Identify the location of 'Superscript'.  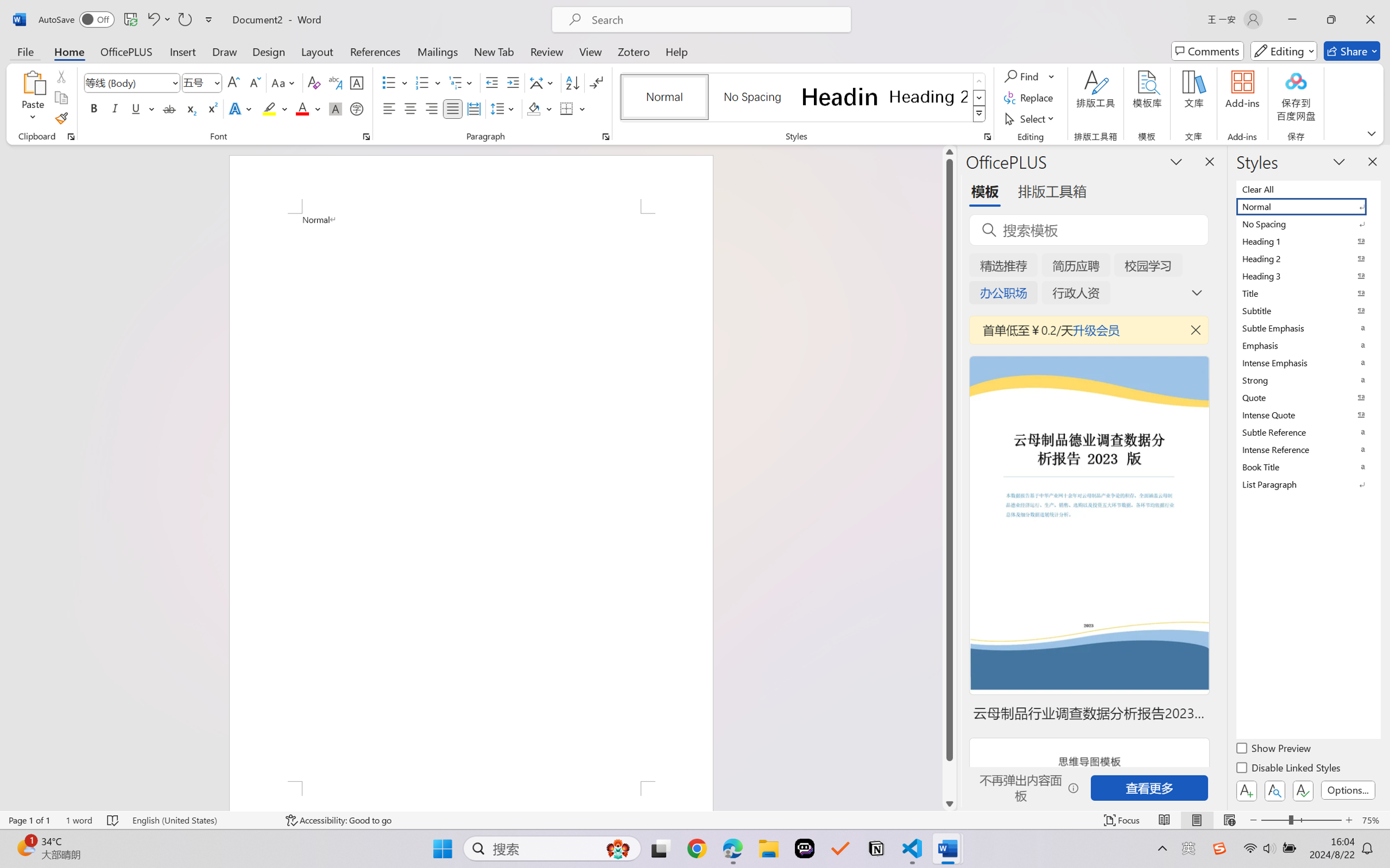
(211, 108).